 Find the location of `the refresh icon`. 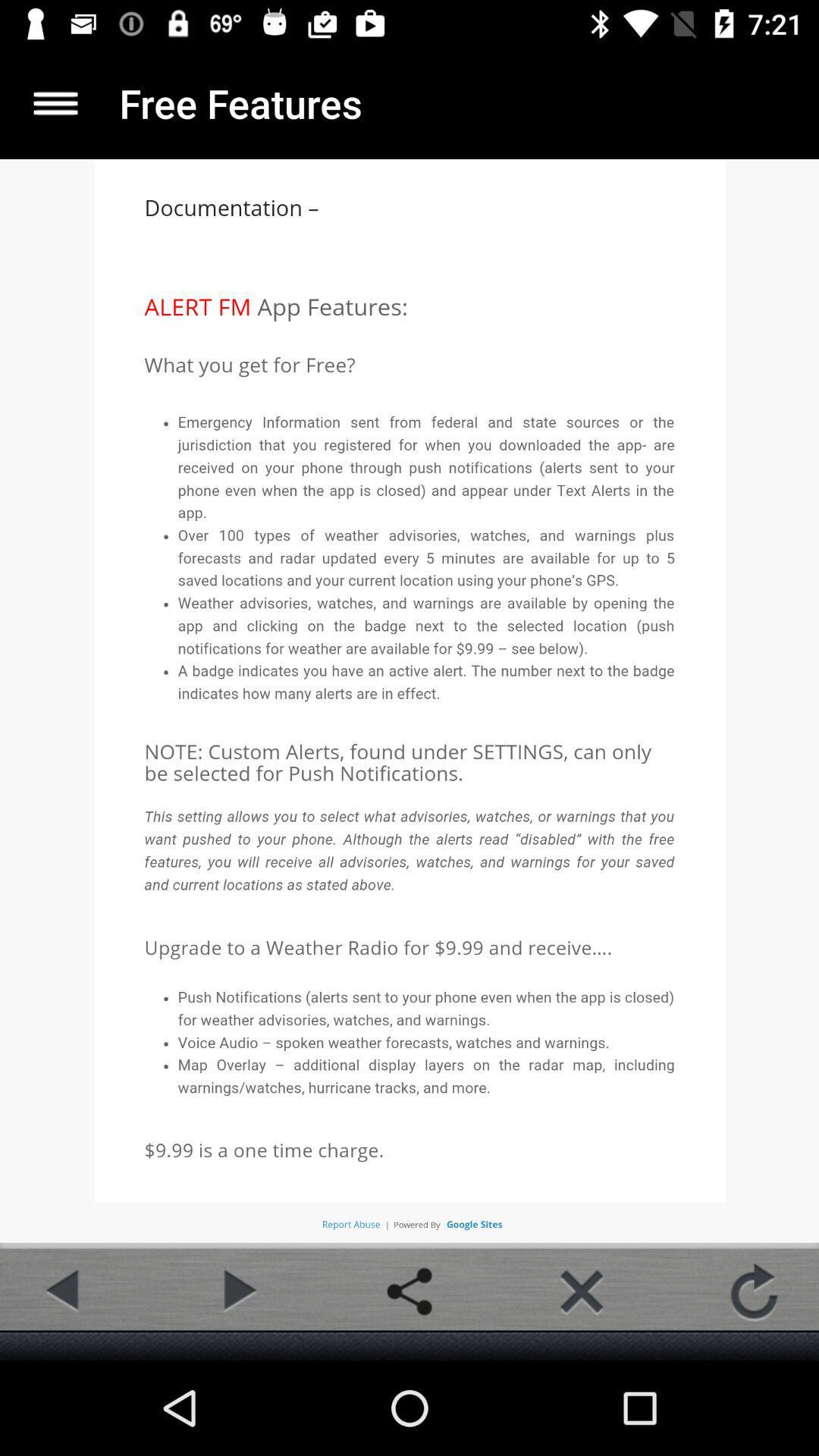

the refresh icon is located at coordinates (754, 1291).